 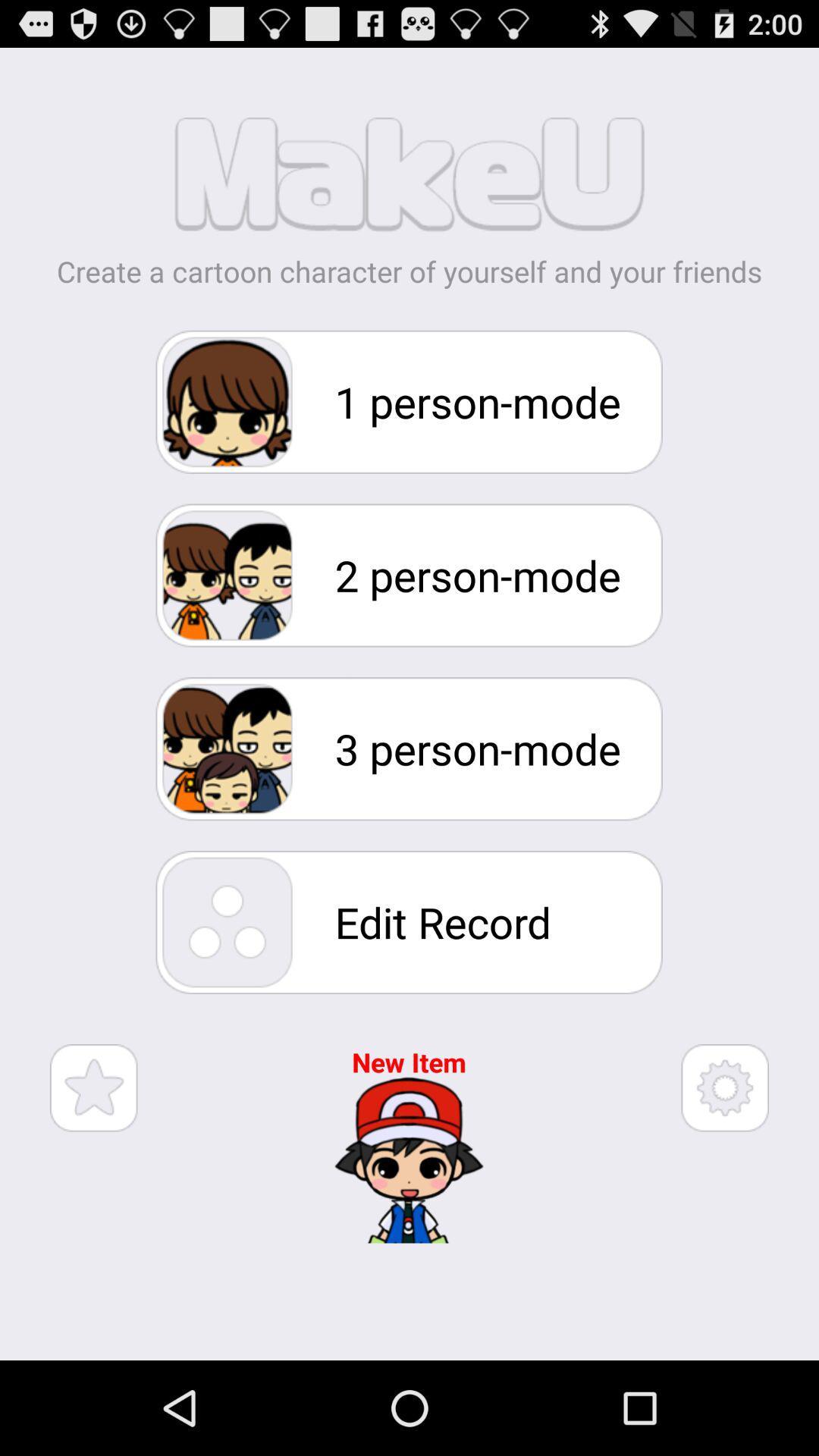 What do you see at coordinates (724, 1163) in the screenshot?
I see `the settings icon` at bounding box center [724, 1163].